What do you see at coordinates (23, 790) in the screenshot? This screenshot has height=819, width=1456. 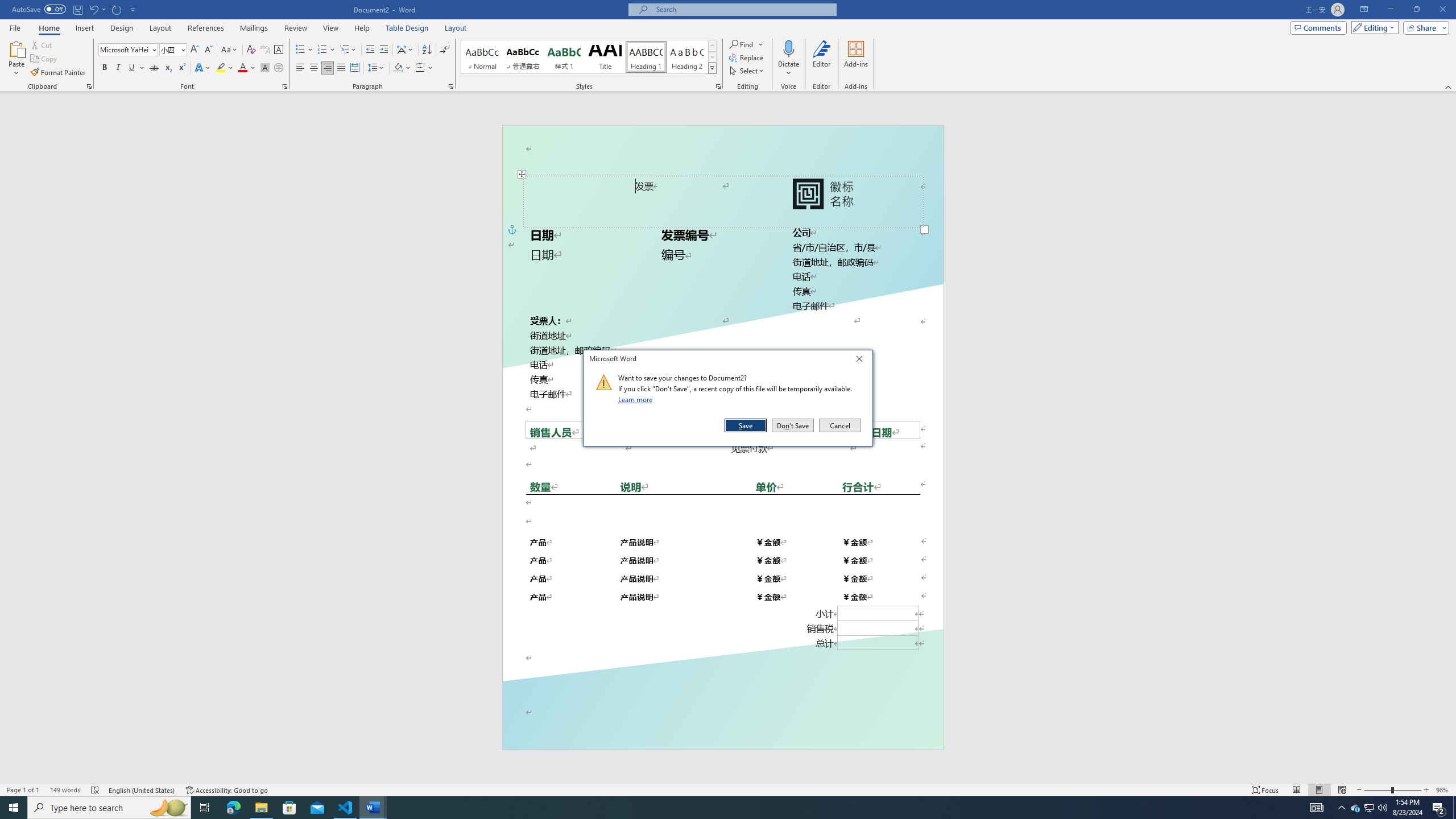 I see `'Page Number Page 1 of 1'` at bounding box center [23, 790].